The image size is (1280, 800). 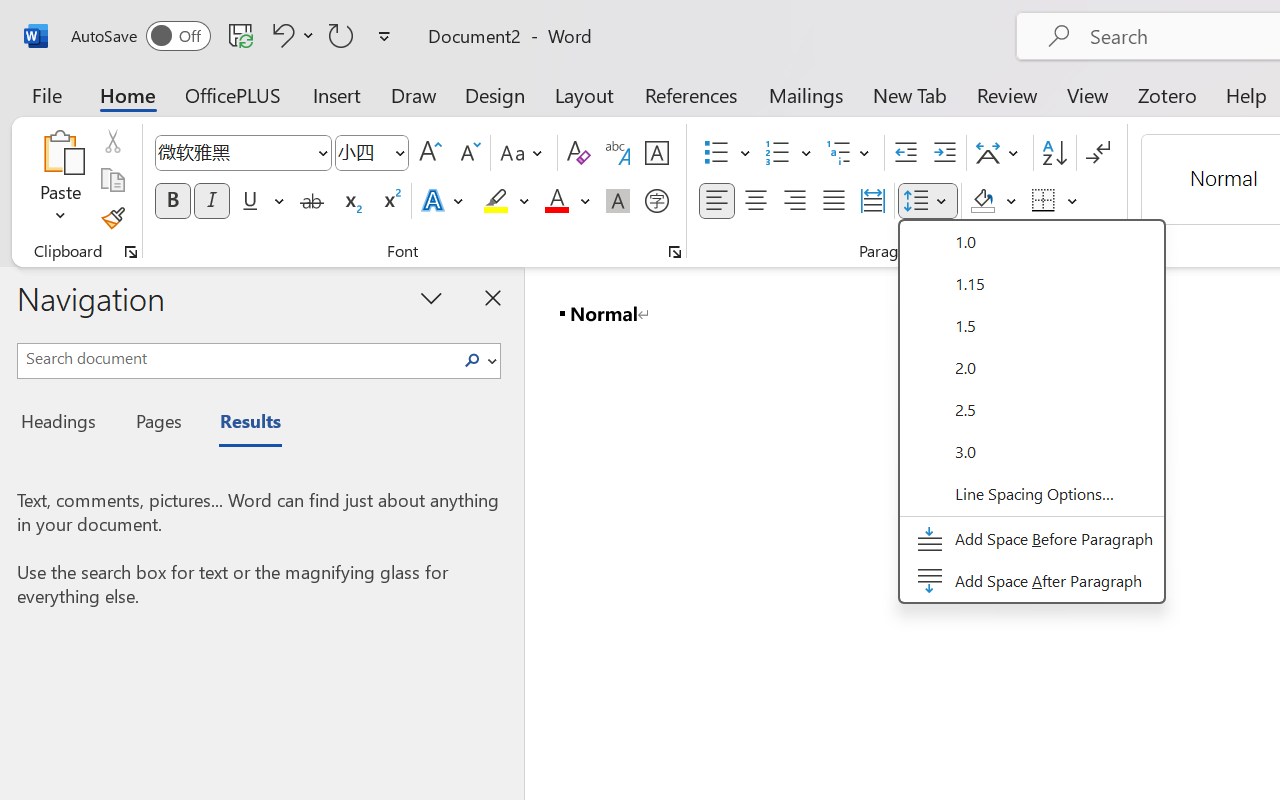 What do you see at coordinates (656, 201) in the screenshot?
I see `'Enclose Characters...'` at bounding box center [656, 201].